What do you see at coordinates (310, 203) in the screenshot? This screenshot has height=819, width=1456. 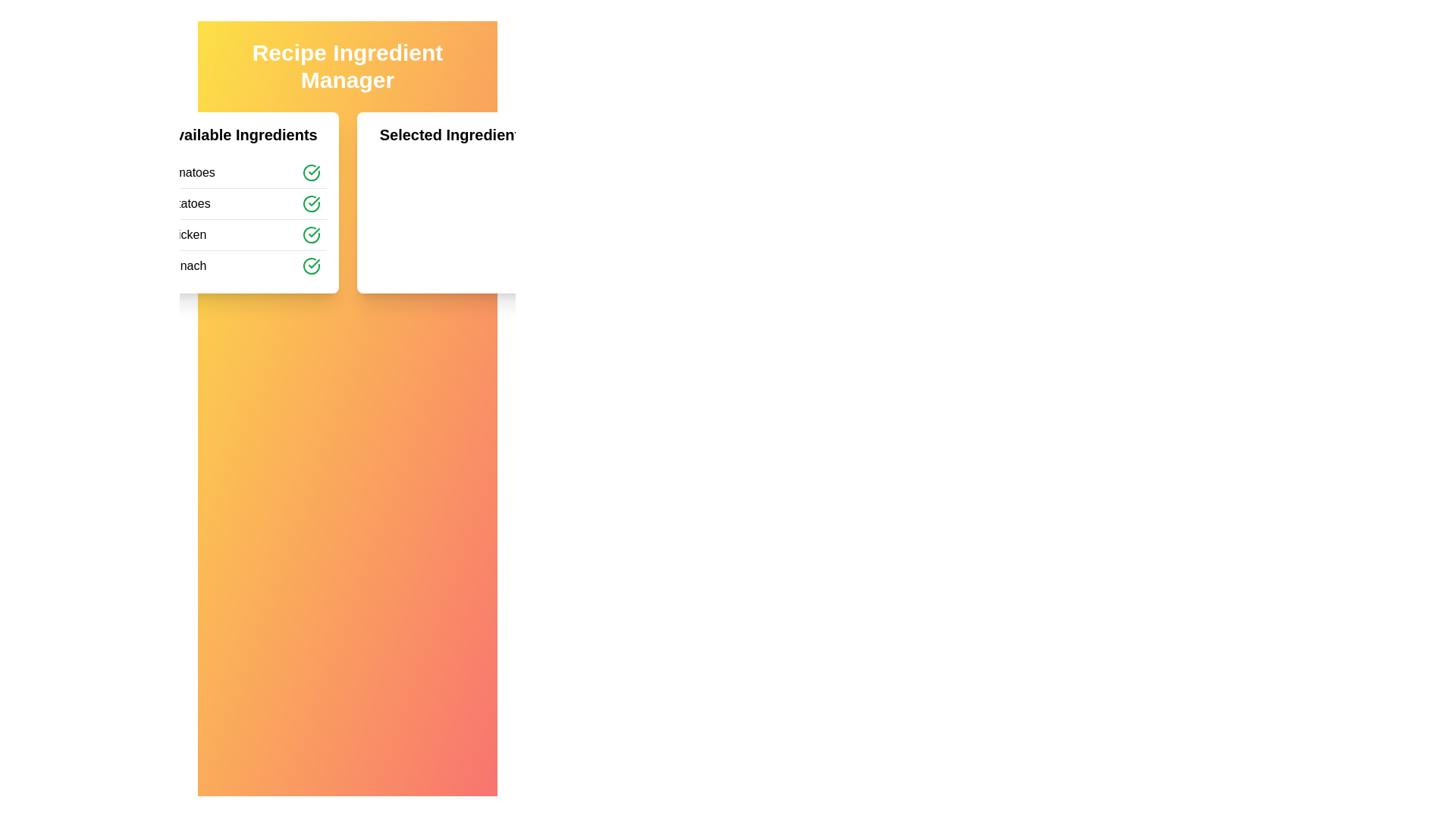 I see `green check icon next to Potatoes to add it to the selected list` at bounding box center [310, 203].